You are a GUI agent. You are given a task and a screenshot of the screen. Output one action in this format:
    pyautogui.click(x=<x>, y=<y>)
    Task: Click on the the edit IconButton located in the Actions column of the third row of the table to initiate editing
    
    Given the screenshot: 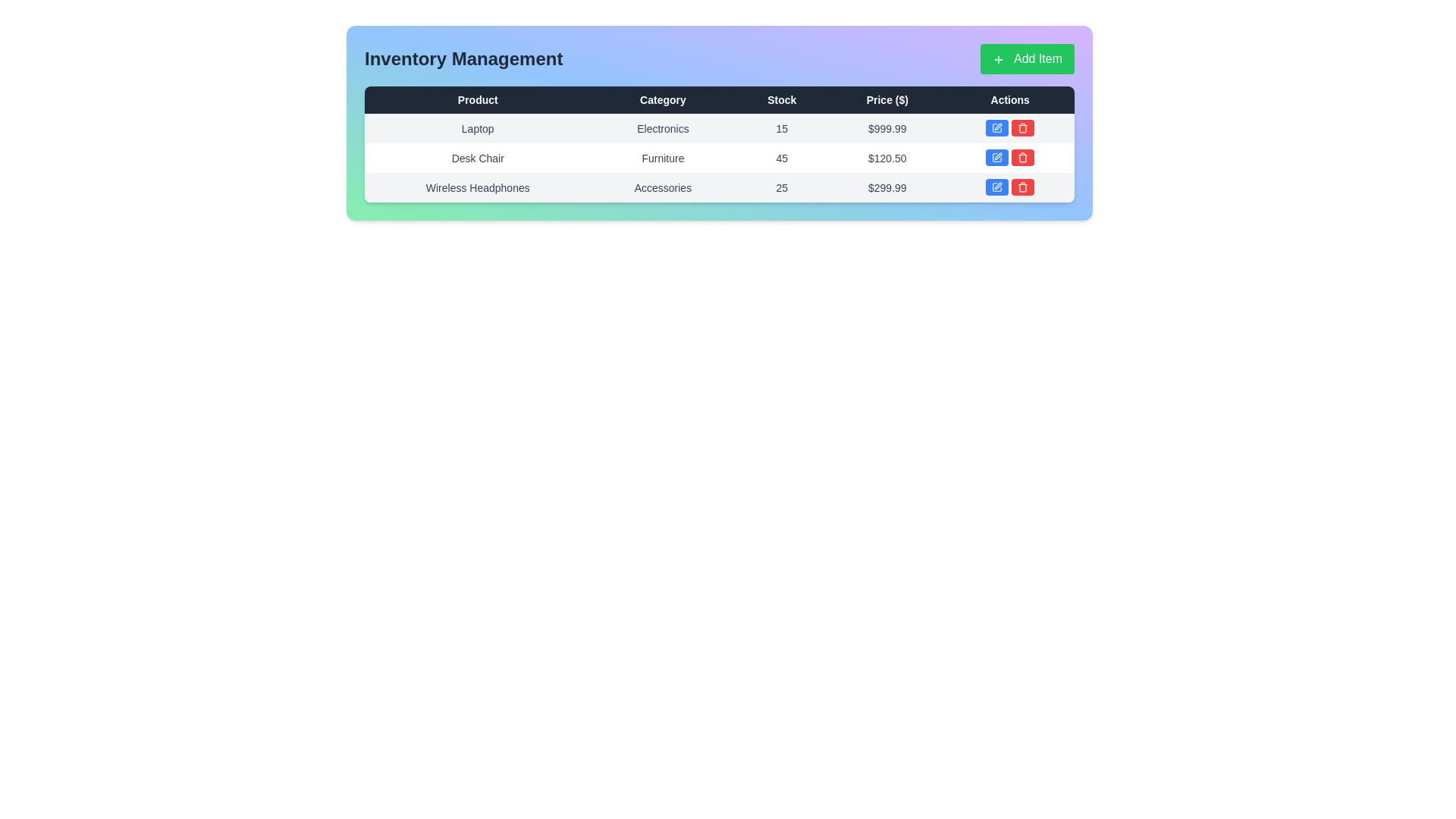 What is the action you would take?
    pyautogui.click(x=997, y=186)
    